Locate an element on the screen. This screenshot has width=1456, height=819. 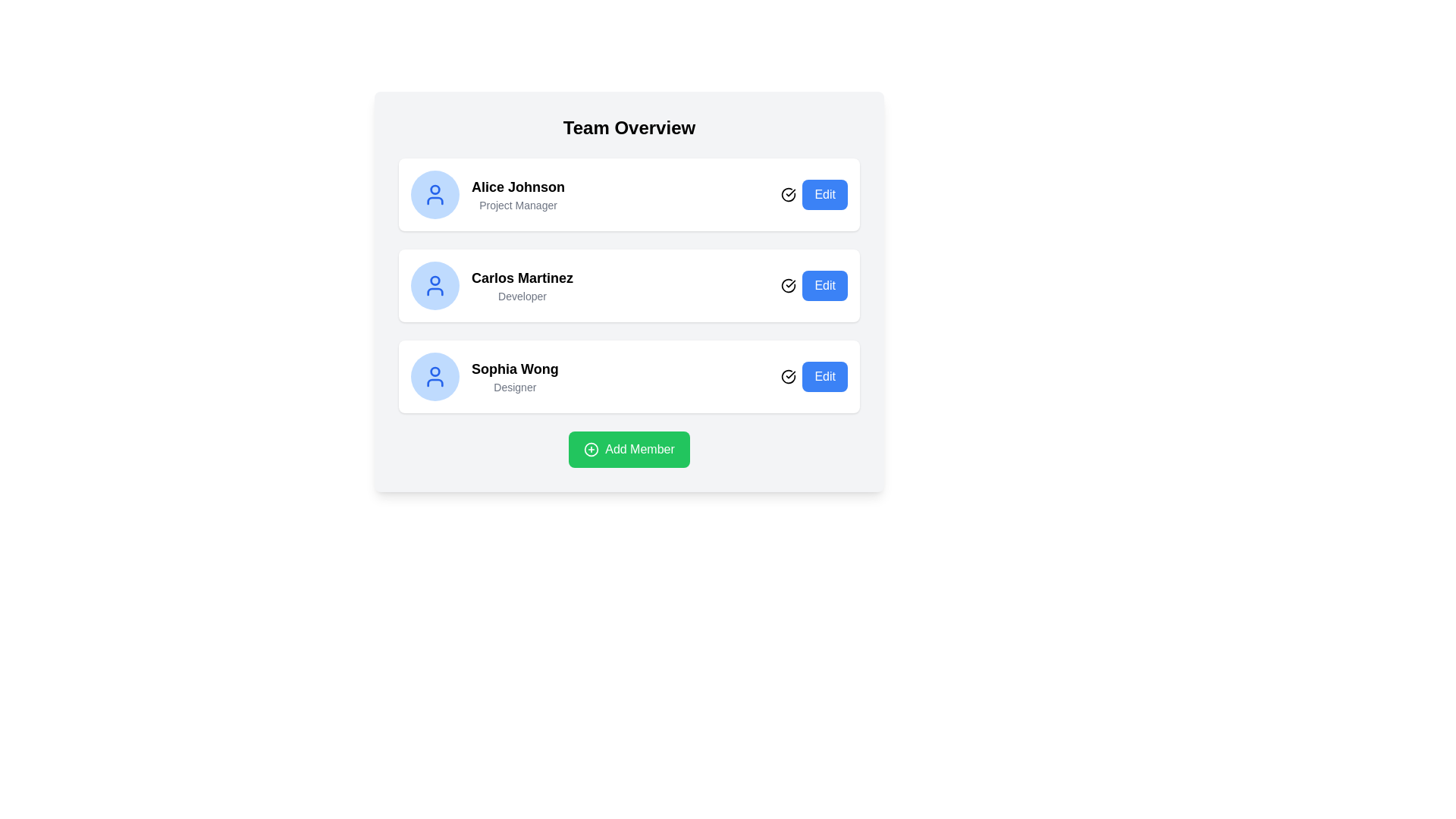
the edit button associated with the 'Sophia Wong' entry, located at the far-right of the row labeled 'Sophia Wong - Designer' is located at coordinates (824, 376).